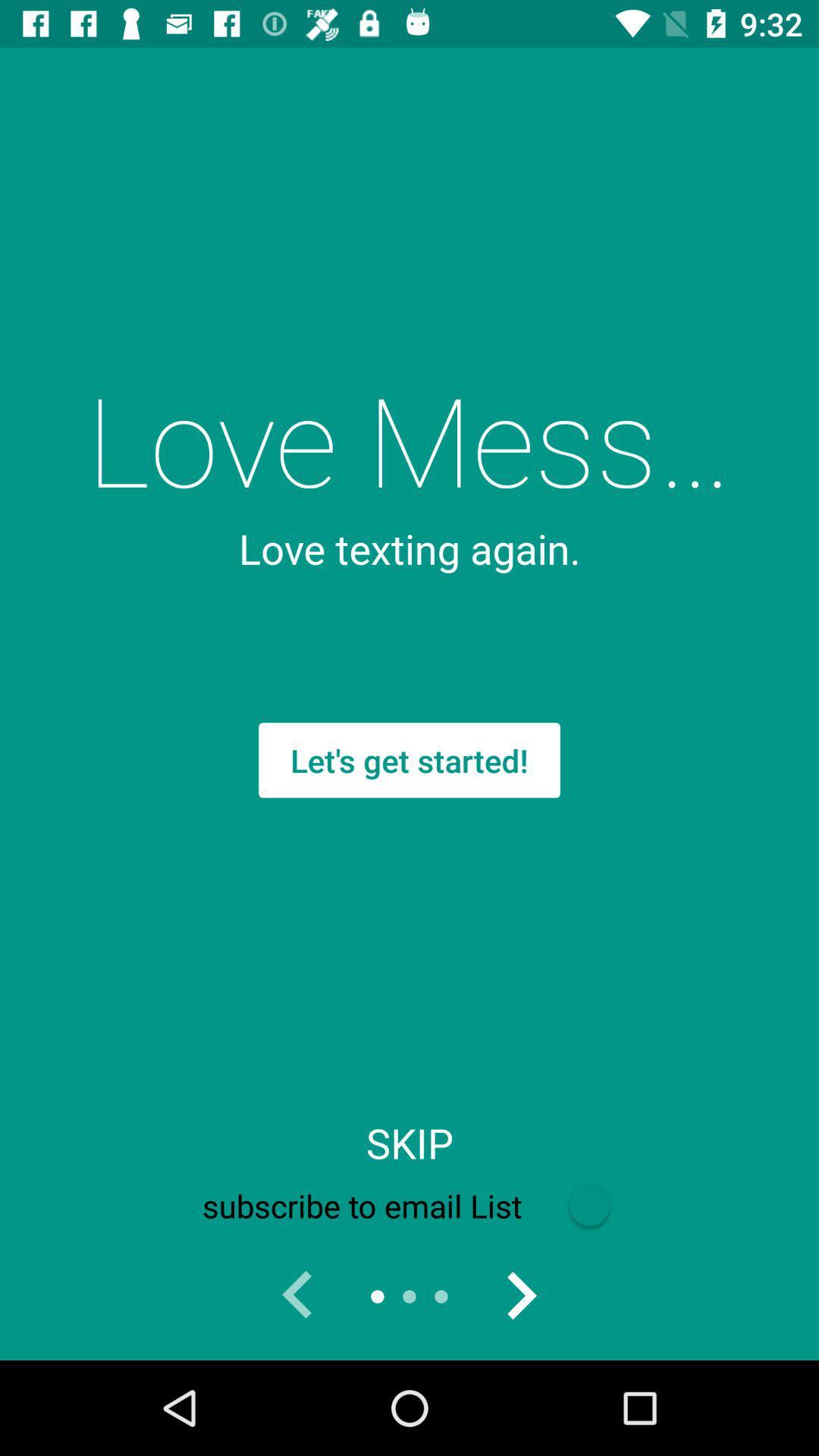  Describe the element at coordinates (409, 1143) in the screenshot. I see `the skip item` at that location.